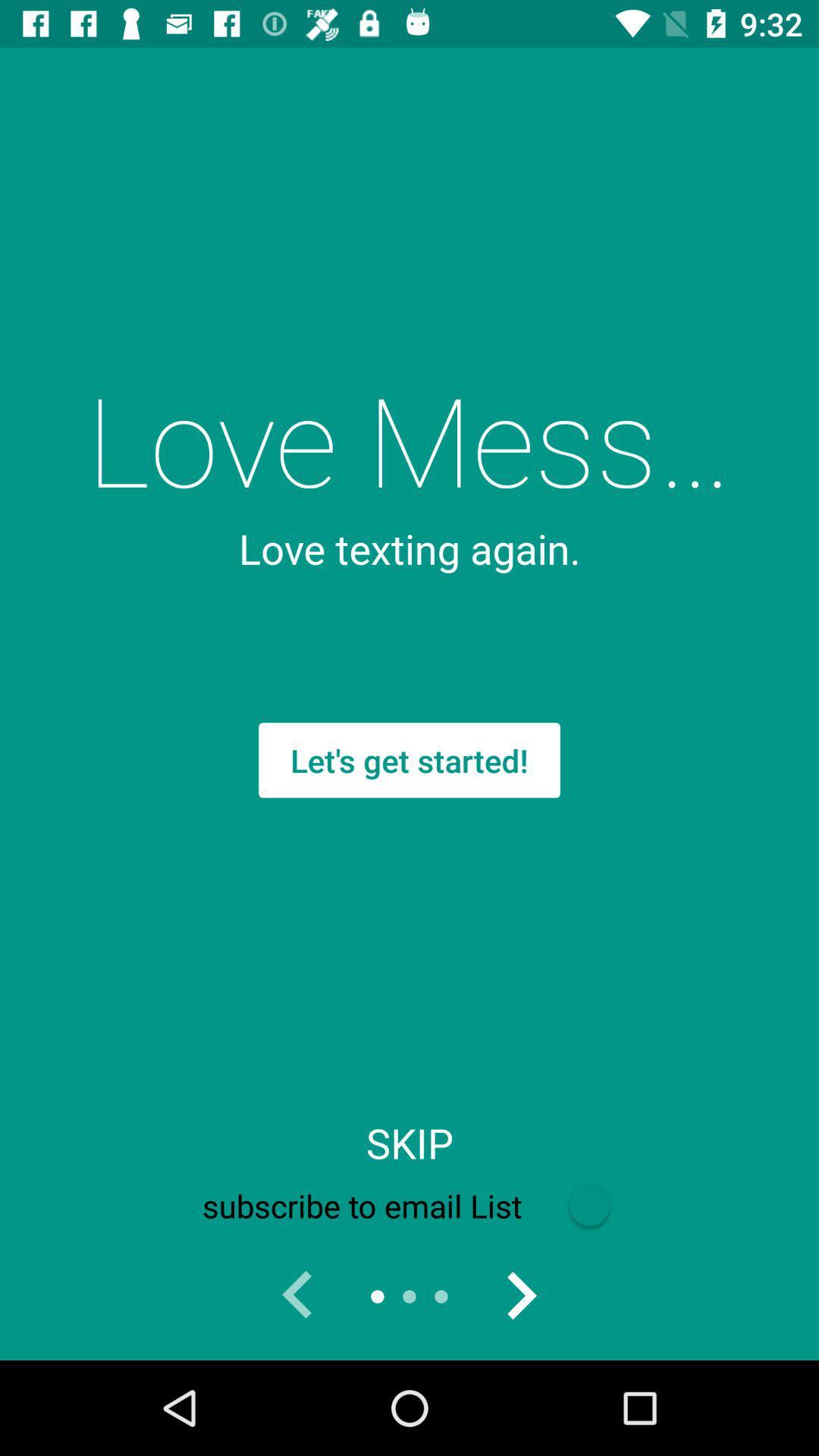  Describe the element at coordinates (409, 1143) in the screenshot. I see `the skip item` at that location.